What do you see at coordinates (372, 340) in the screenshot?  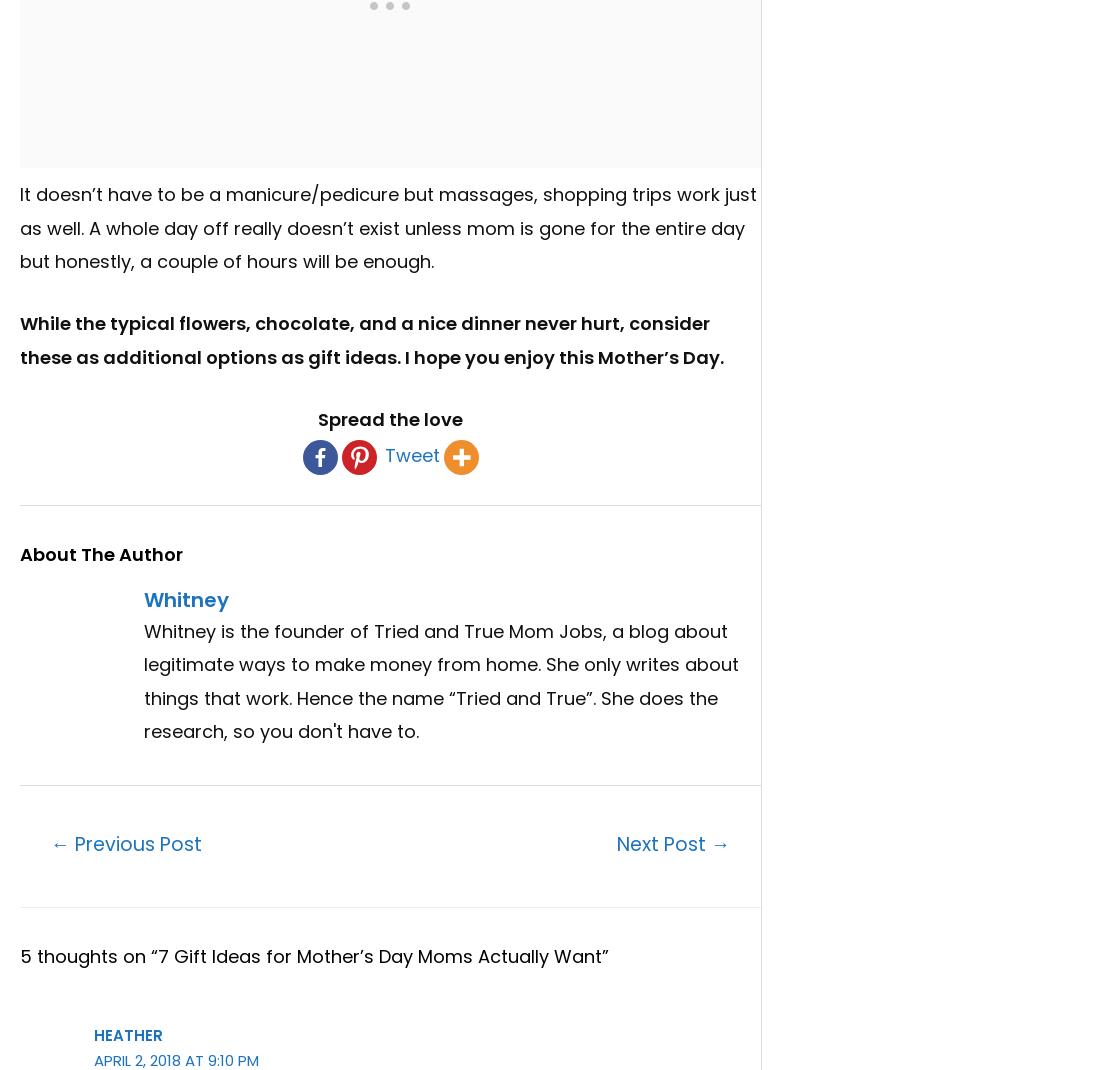 I see `'While the typical flowers, chocolate, and a nice dinner never hurt, consider these as additional options as gift ideas. I hope you enjoy this Mother’s Day.'` at bounding box center [372, 340].